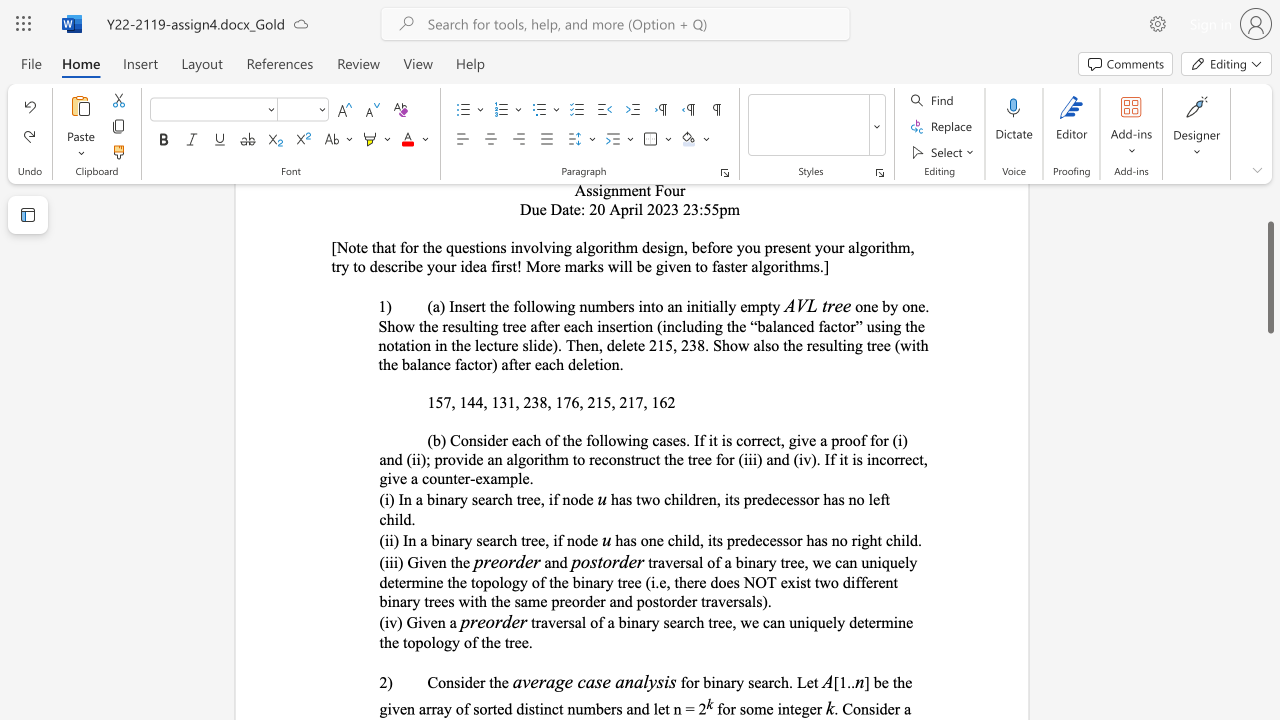 This screenshot has height=720, width=1280. Describe the element at coordinates (1269, 278) in the screenshot. I see `the scrollbar and move up 100 pixels` at that location.